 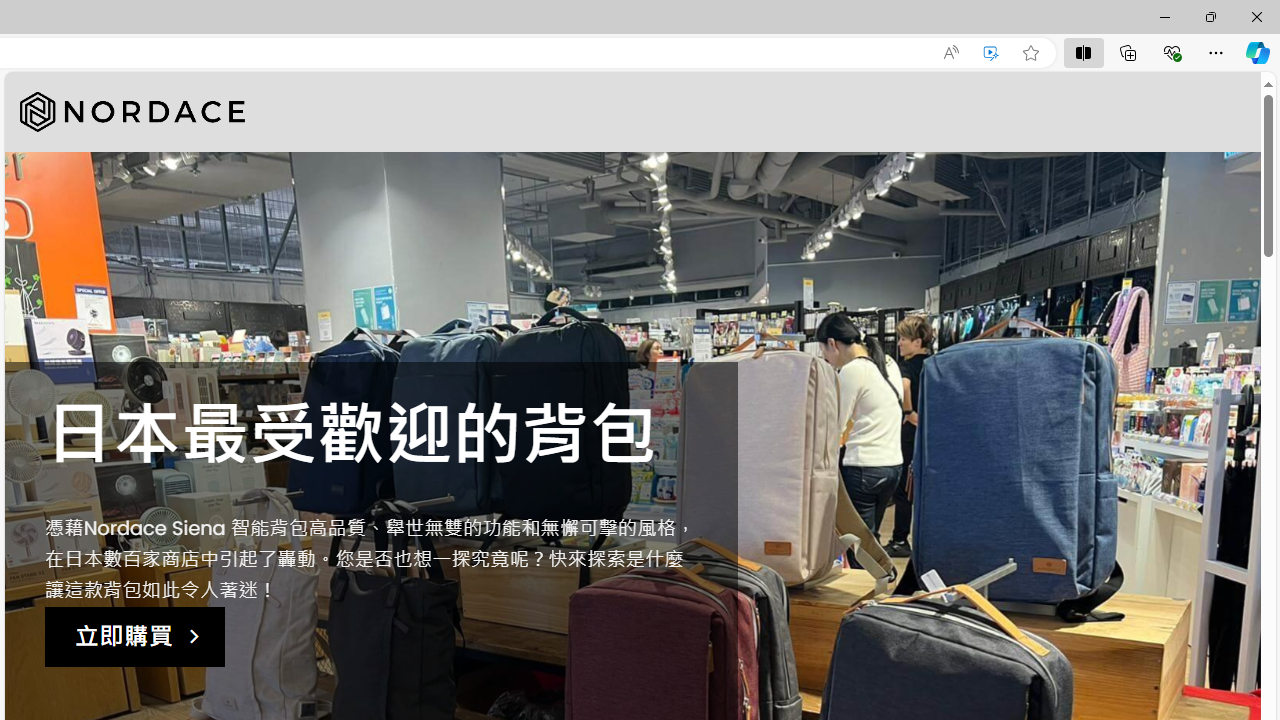 I want to click on 'Copilot (Ctrl+Shift+.)', so click(x=1257, y=51).